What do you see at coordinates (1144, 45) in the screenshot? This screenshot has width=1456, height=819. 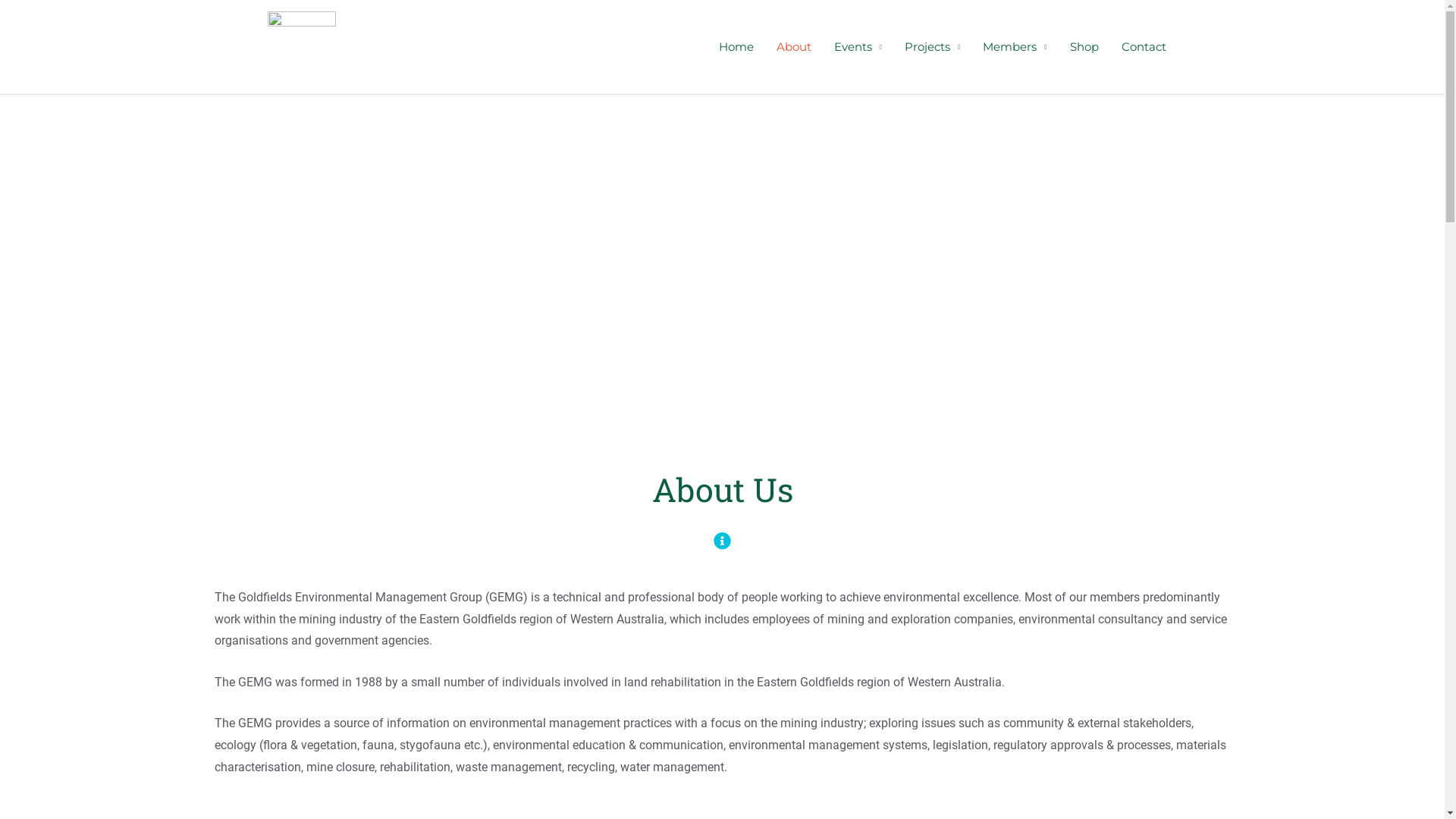 I see `'Contact'` at bounding box center [1144, 45].